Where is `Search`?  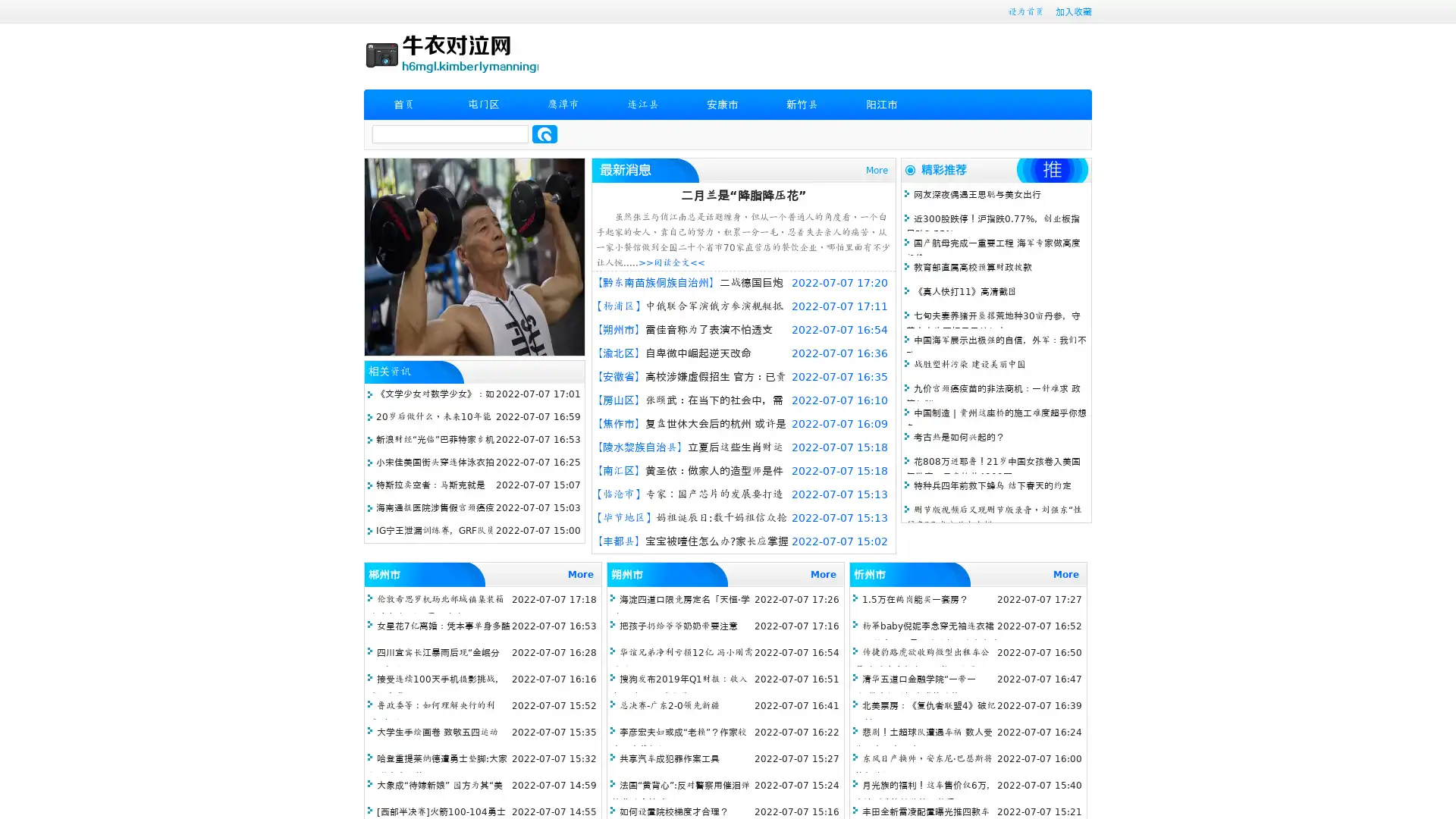
Search is located at coordinates (544, 133).